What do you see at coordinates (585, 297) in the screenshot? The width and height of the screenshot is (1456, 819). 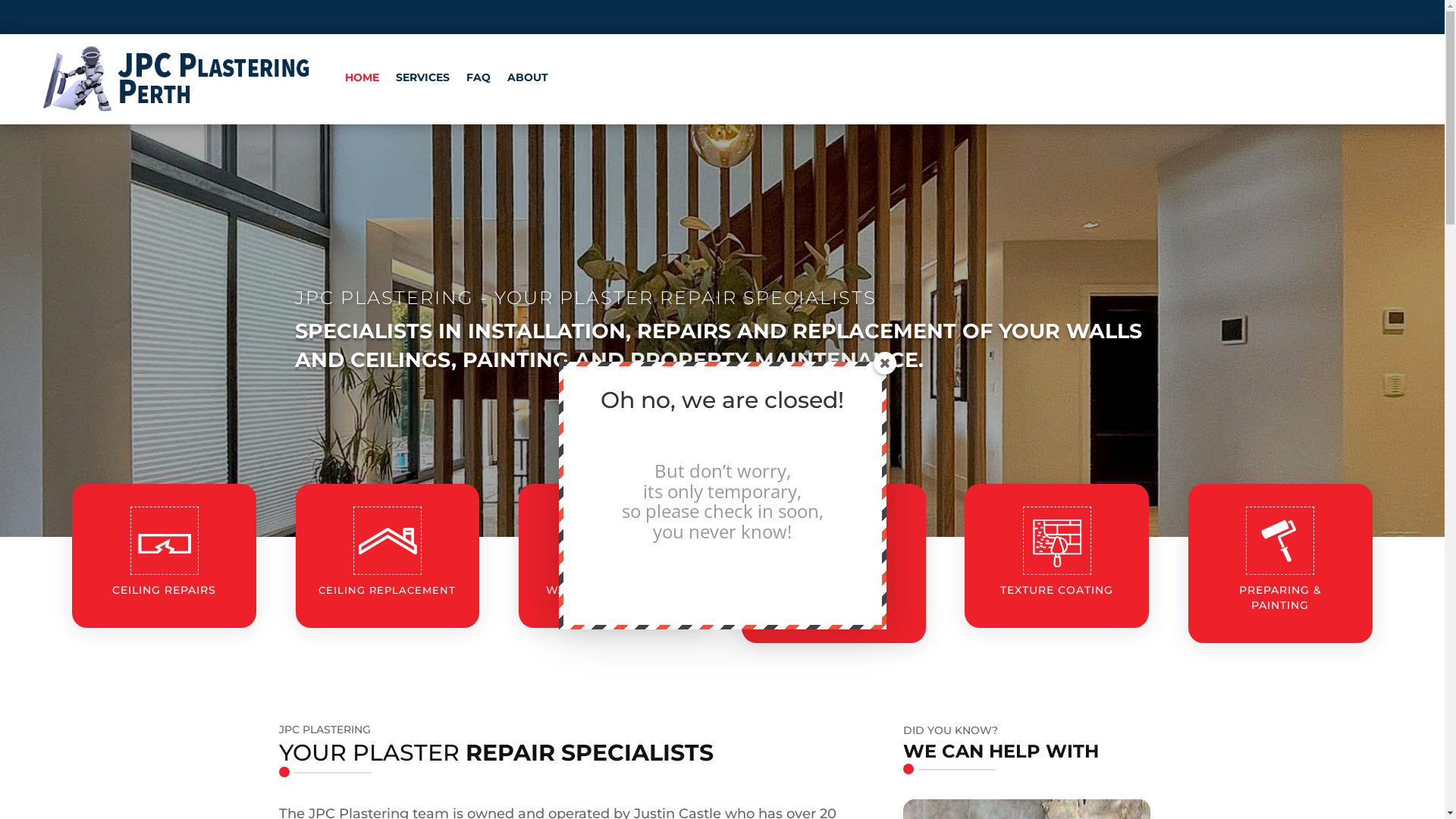 I see `'JPC PLASTERING - YOUR PLASTER REPAIR SPECIALISTS'` at bounding box center [585, 297].